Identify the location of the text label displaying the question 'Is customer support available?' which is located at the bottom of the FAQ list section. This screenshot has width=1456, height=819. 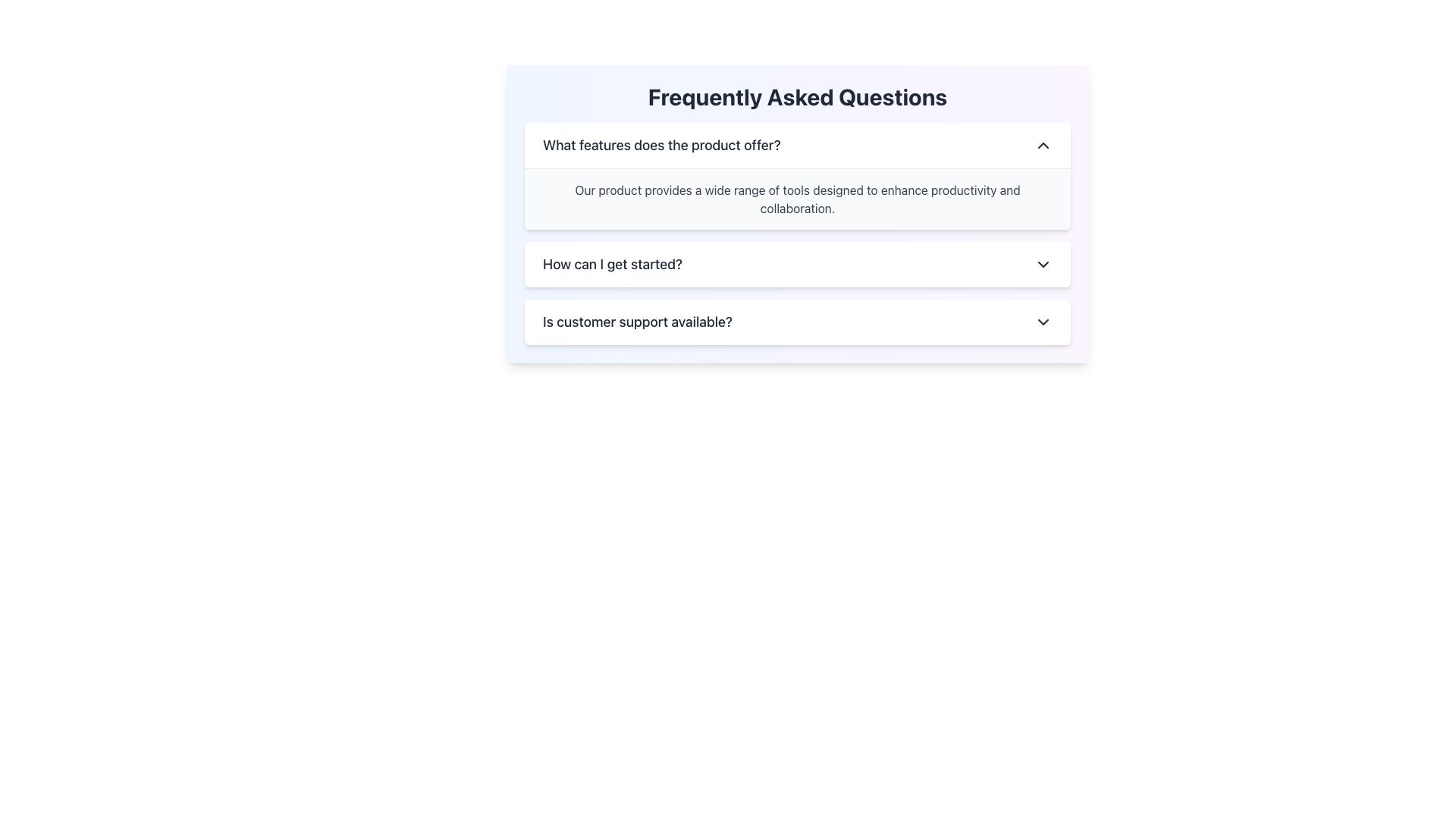
(637, 321).